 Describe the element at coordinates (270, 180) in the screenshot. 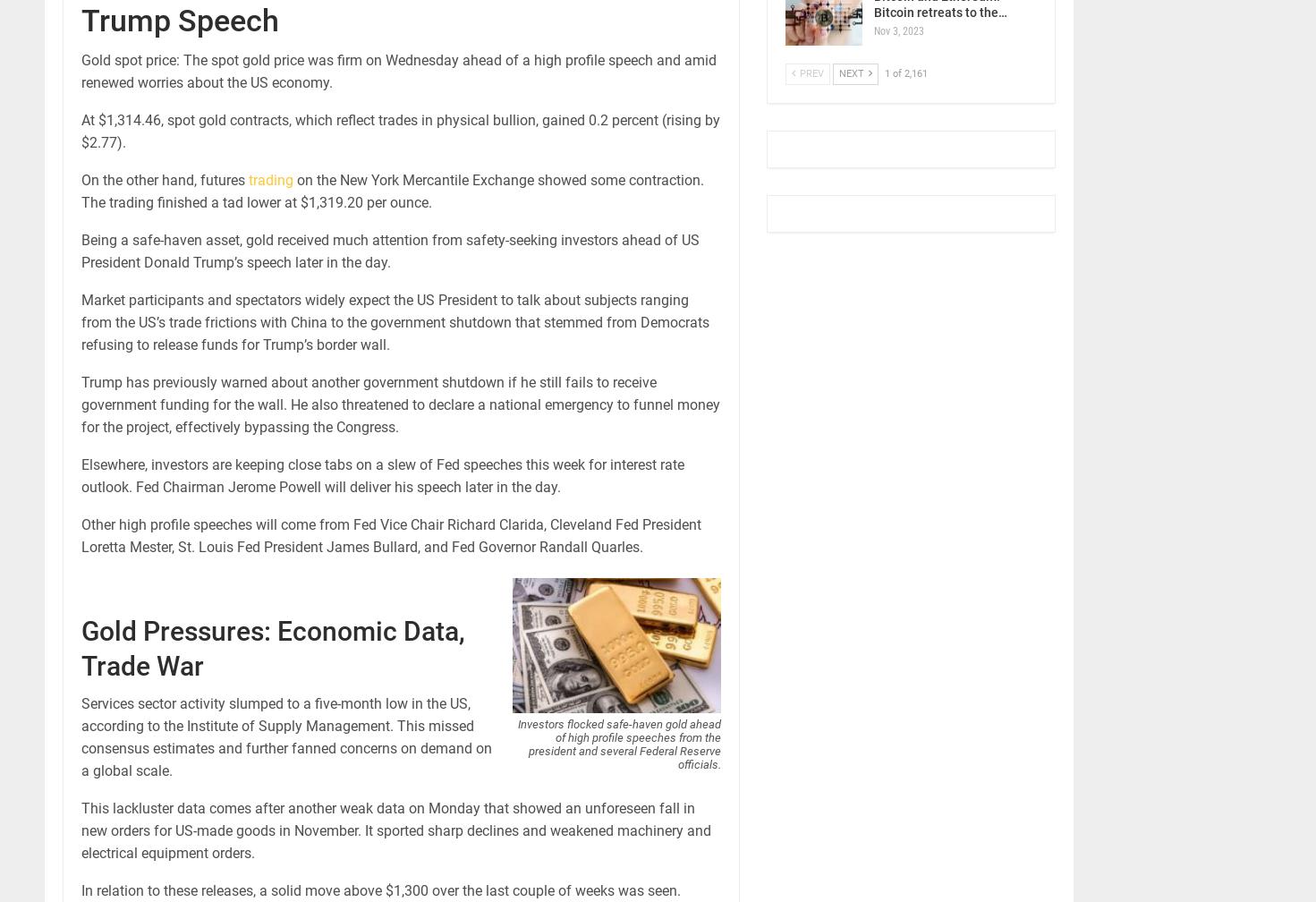

I see `'trading'` at that location.